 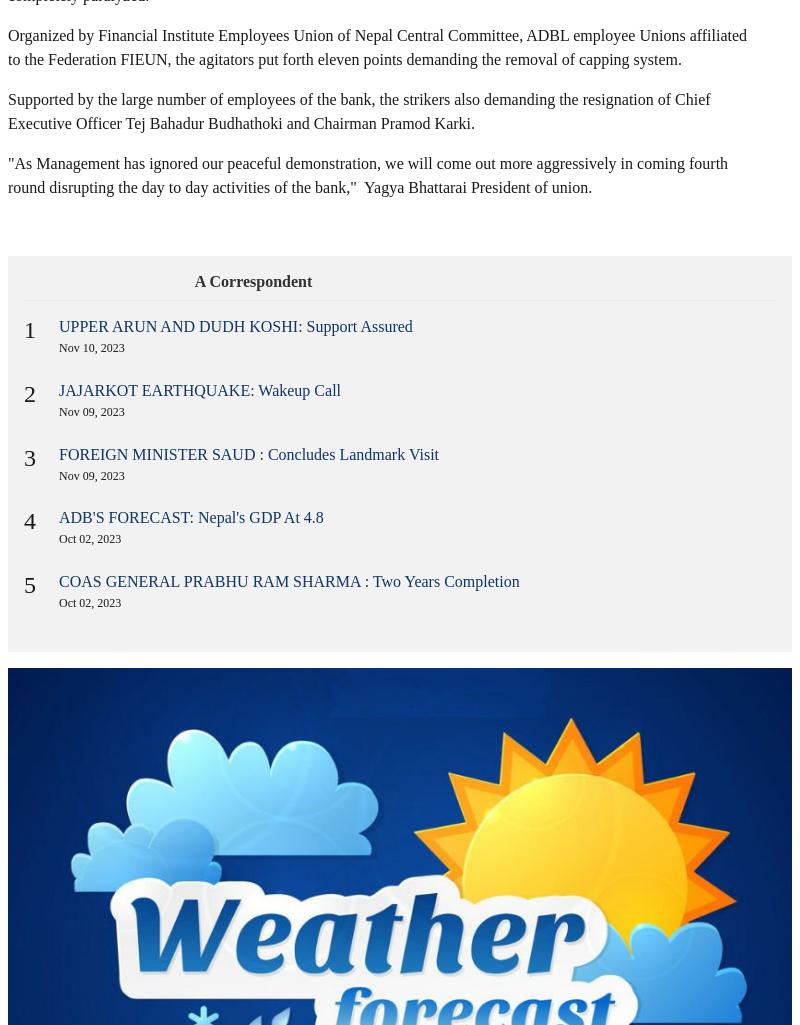 What do you see at coordinates (8, 174) in the screenshot?
I see `'"As Management has ignored our peaceful demonstration, we will come out more aggressively in coming fourth round disrupting the day to day activities of the bank,"  Yagya Bhattarai President of union.'` at bounding box center [8, 174].